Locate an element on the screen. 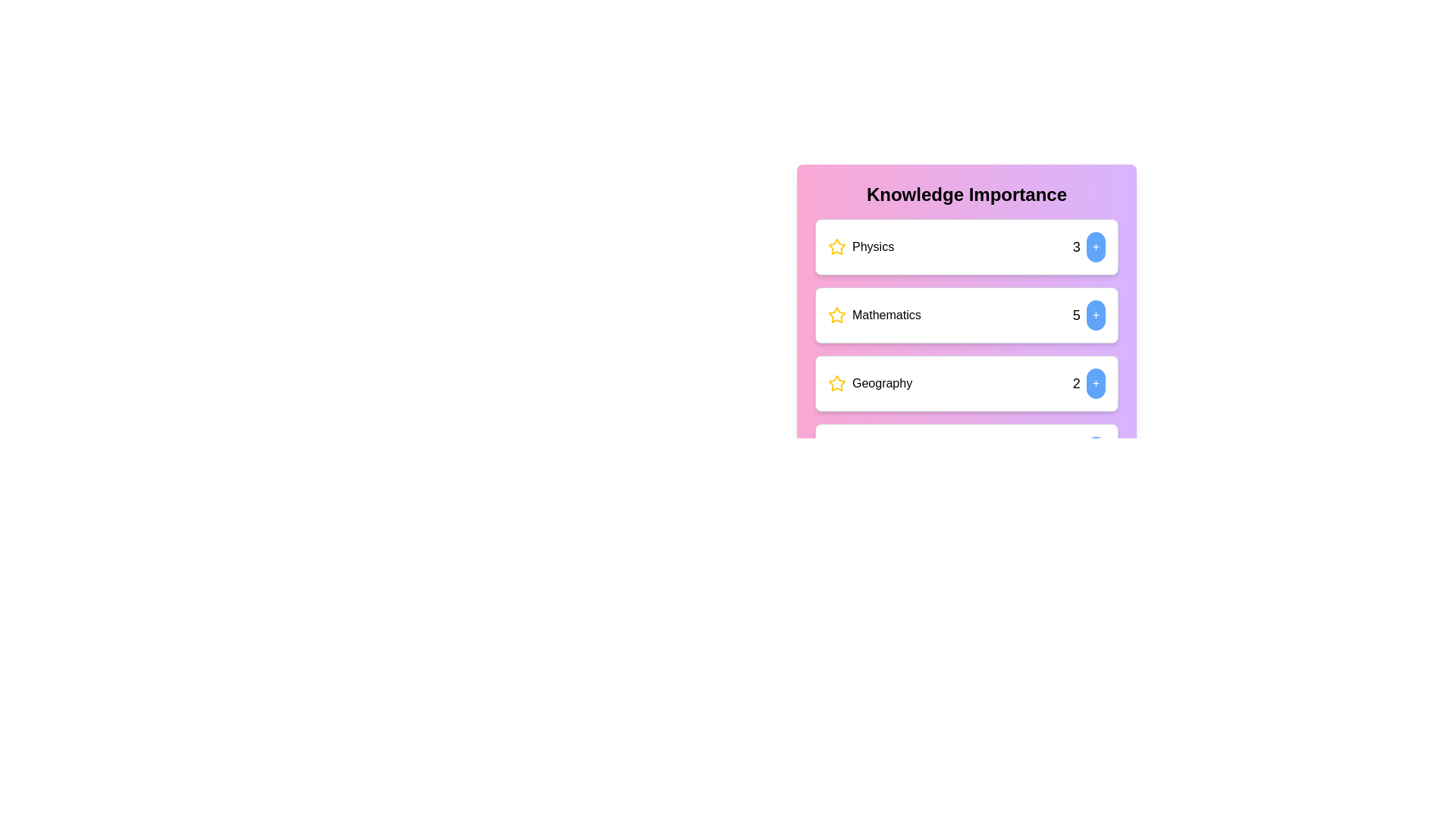 This screenshot has width=1456, height=819. '+' button for the Mathematics knowledge area is located at coordinates (1096, 315).